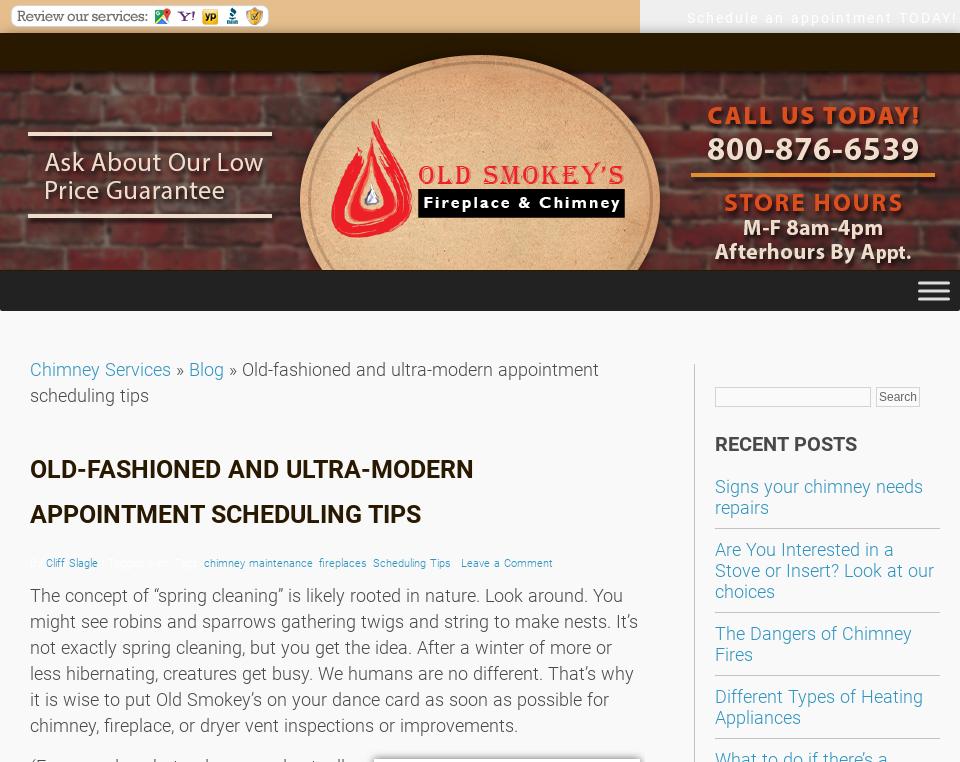 The image size is (960, 762). Describe the element at coordinates (818, 496) in the screenshot. I see `'Signs your chimney needs repairs'` at that location.